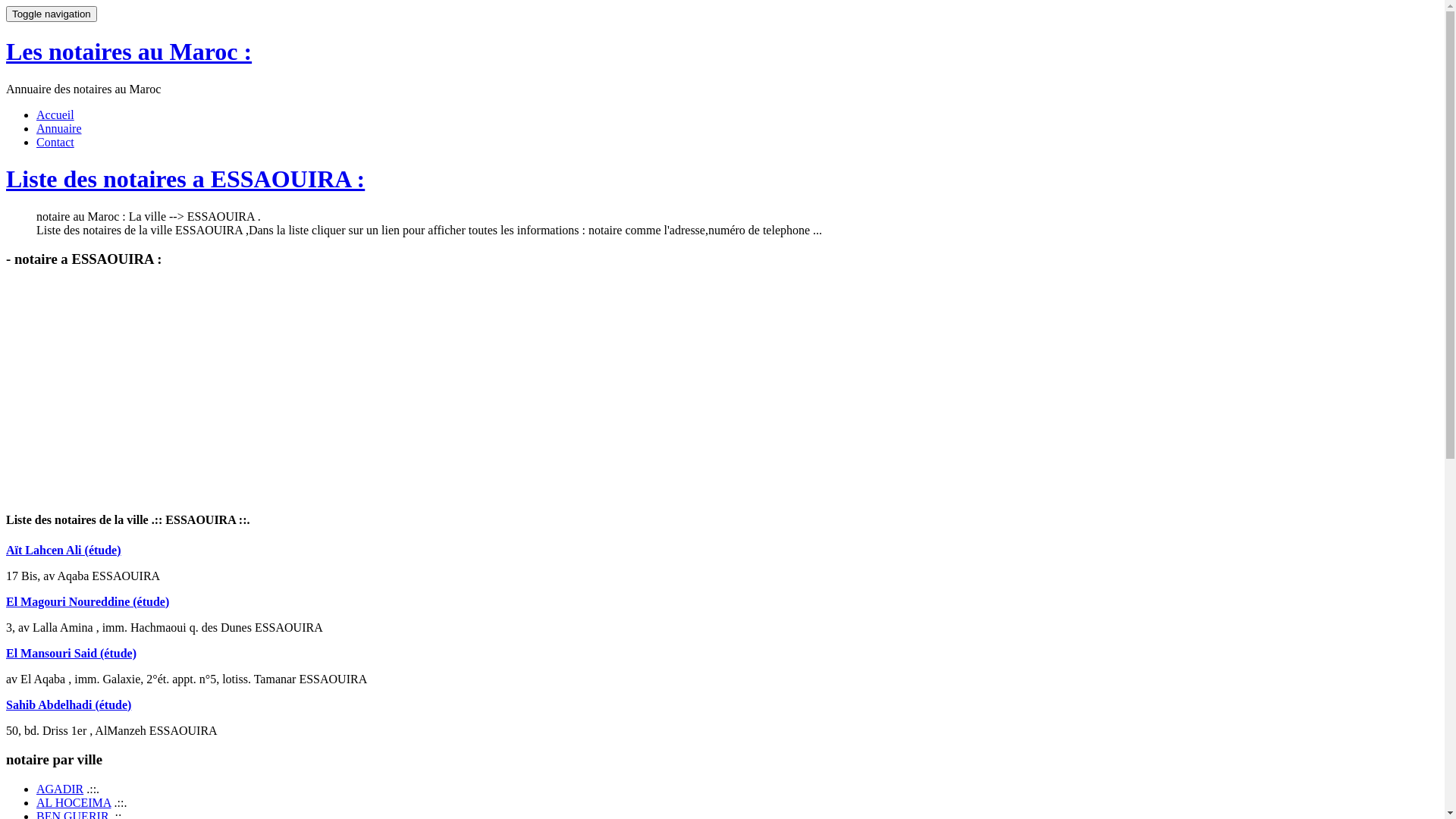 The height and width of the screenshot is (819, 1456). What do you see at coordinates (58, 127) in the screenshot?
I see `'Annuaire'` at bounding box center [58, 127].